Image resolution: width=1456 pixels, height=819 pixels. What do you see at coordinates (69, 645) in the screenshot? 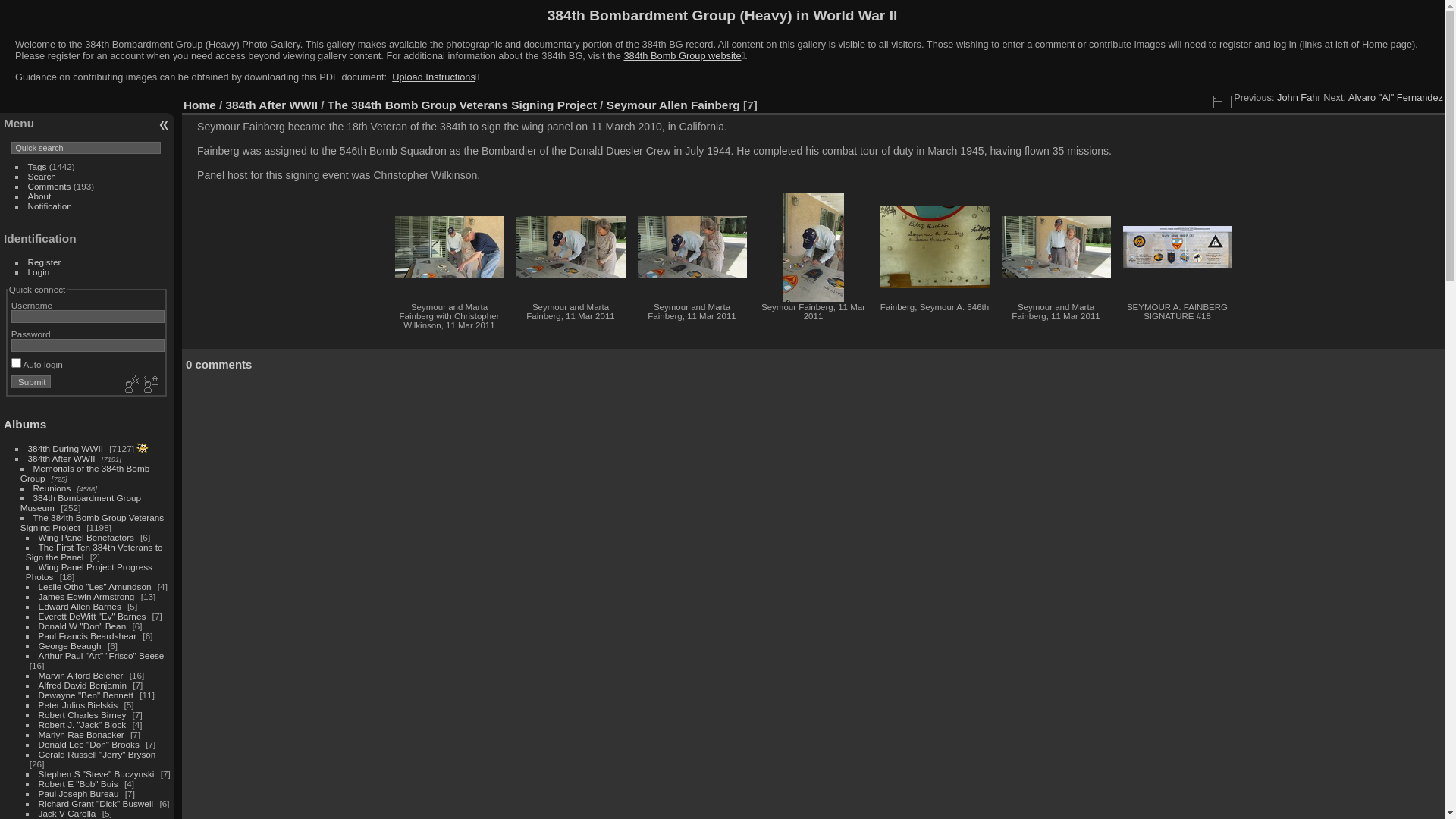
I see `'George Beaugh'` at bounding box center [69, 645].